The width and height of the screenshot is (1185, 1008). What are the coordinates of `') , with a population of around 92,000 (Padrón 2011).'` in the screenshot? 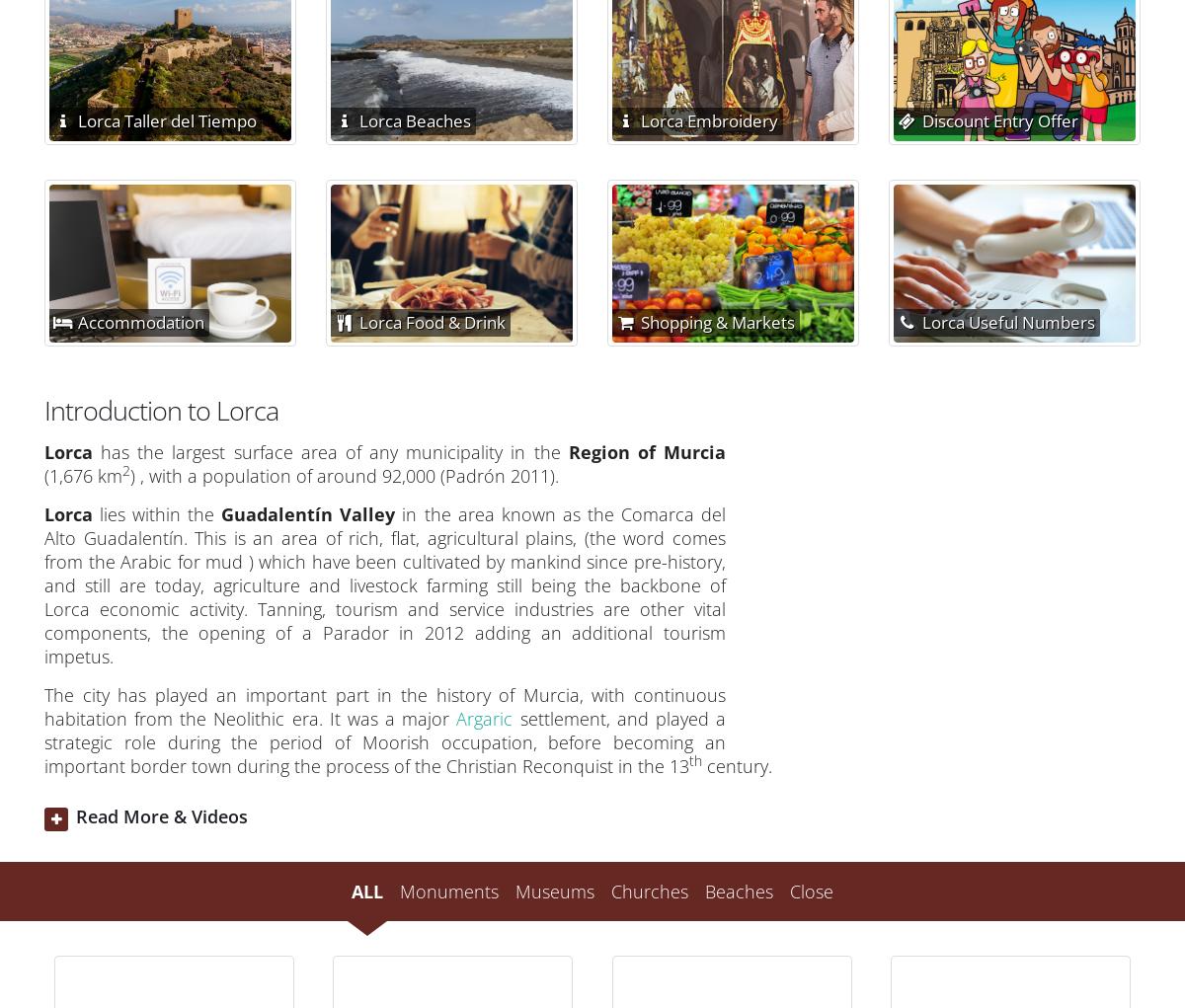 It's located at (344, 475).